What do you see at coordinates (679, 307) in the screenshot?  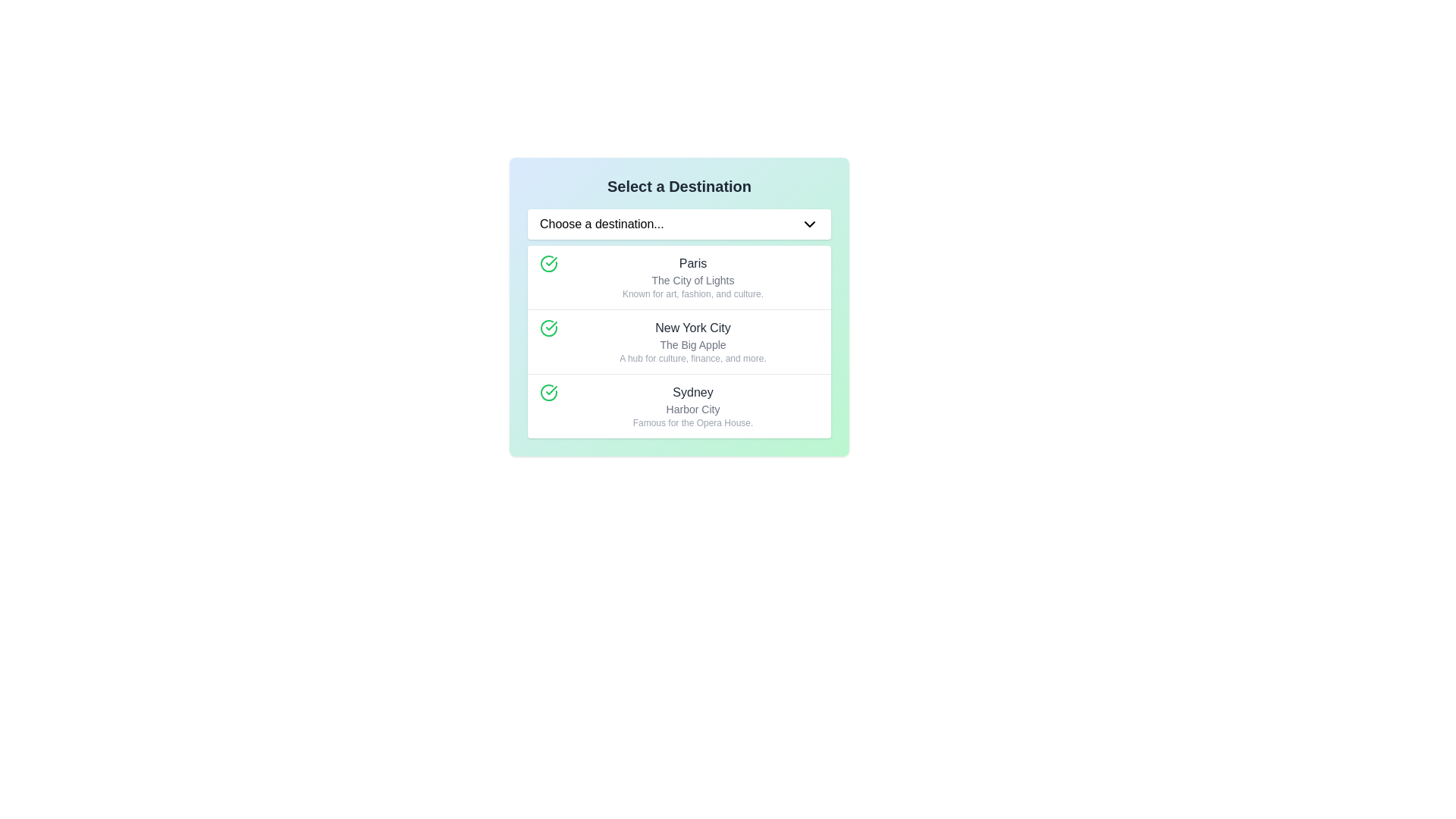 I see `the Interactive Panel, which is a rounded rectangular UI block with a gradient background from blue to green, containing a title and a dropdown selection box` at bounding box center [679, 307].